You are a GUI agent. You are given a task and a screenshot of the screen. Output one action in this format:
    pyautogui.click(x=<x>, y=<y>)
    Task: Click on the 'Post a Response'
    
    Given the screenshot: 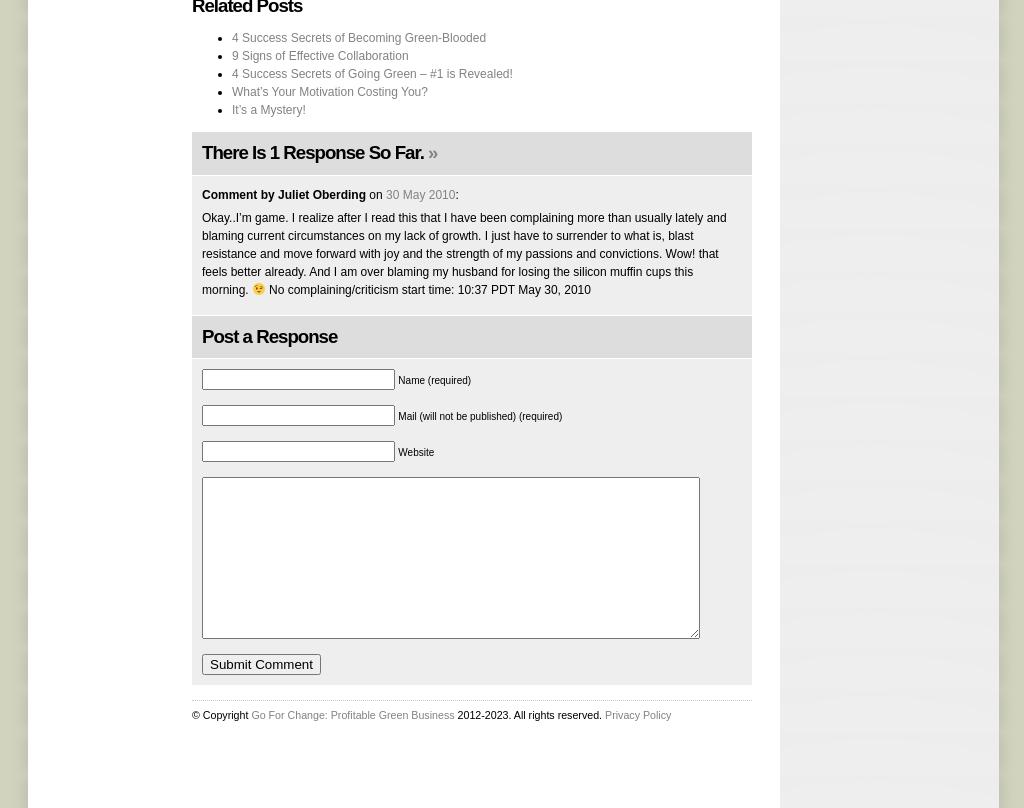 What is the action you would take?
    pyautogui.click(x=269, y=334)
    